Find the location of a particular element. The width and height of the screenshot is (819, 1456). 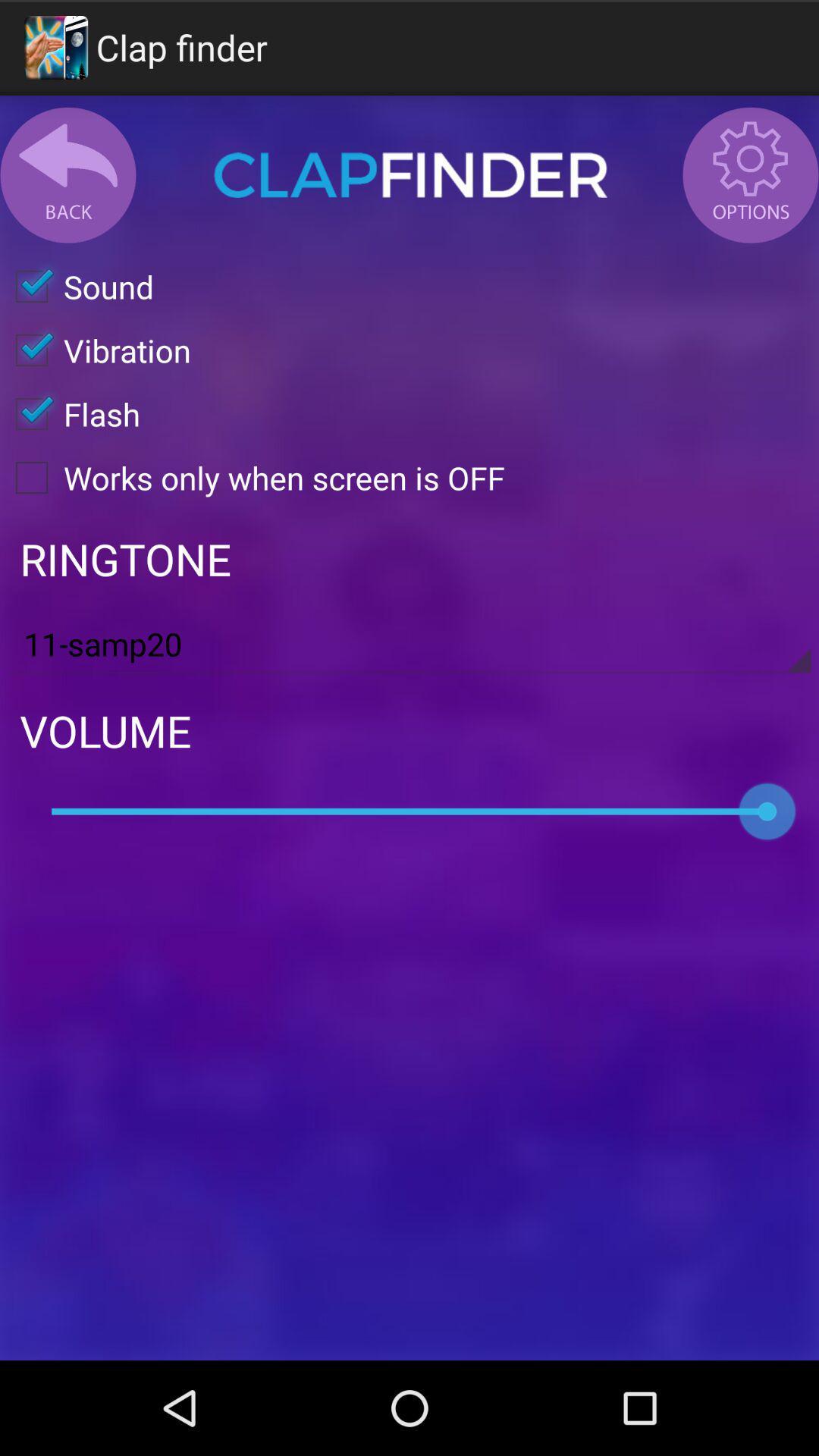

vibration checkbox is located at coordinates (96, 349).